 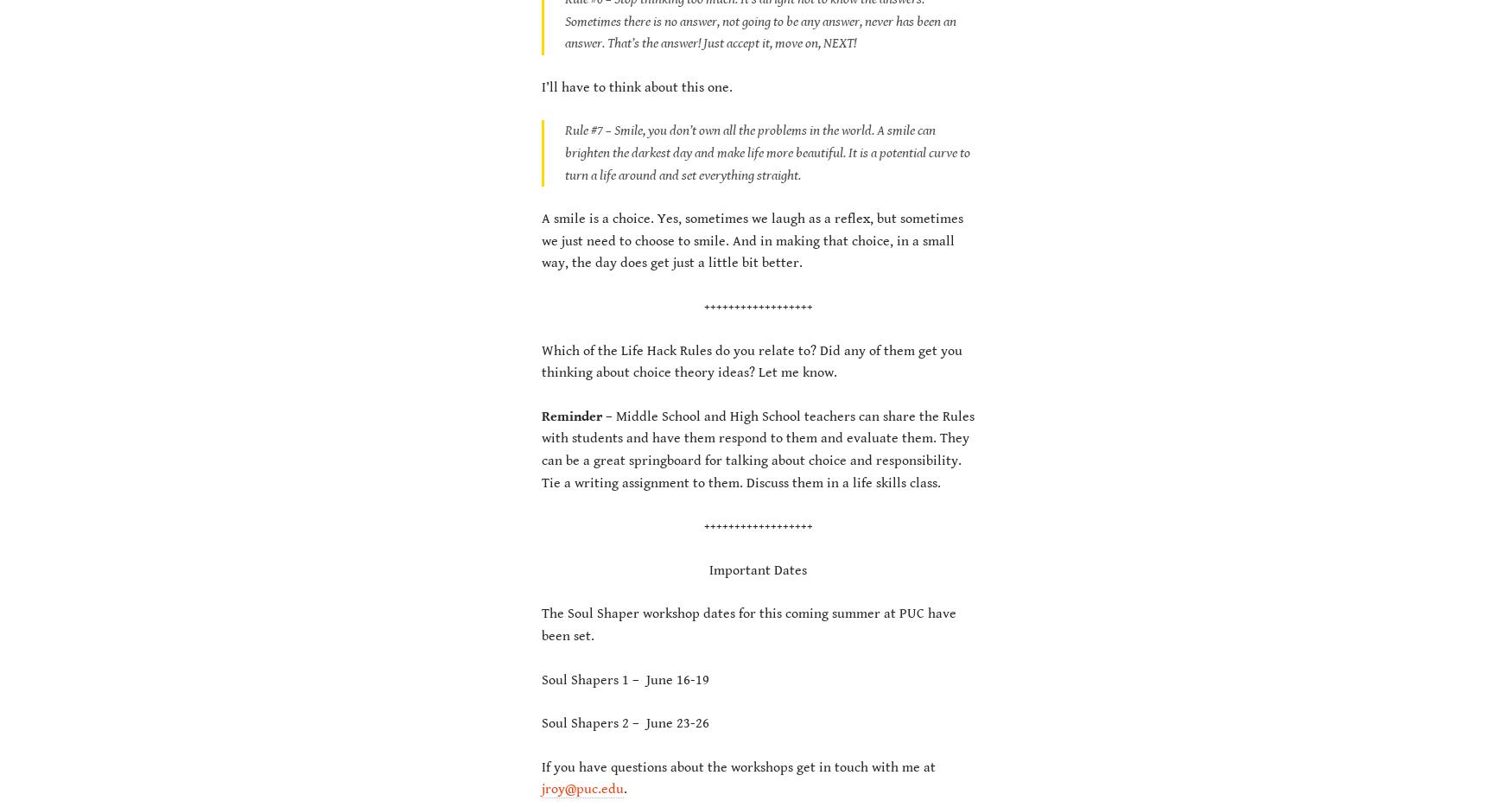 What do you see at coordinates (541, 240) in the screenshot?
I see `'A smile is a choice. Yes, sometimes we laugh as a reflex, but sometimes we just need to choose to smile. And in making that choice, in a small way, the day does get just a little bit better.'` at bounding box center [541, 240].